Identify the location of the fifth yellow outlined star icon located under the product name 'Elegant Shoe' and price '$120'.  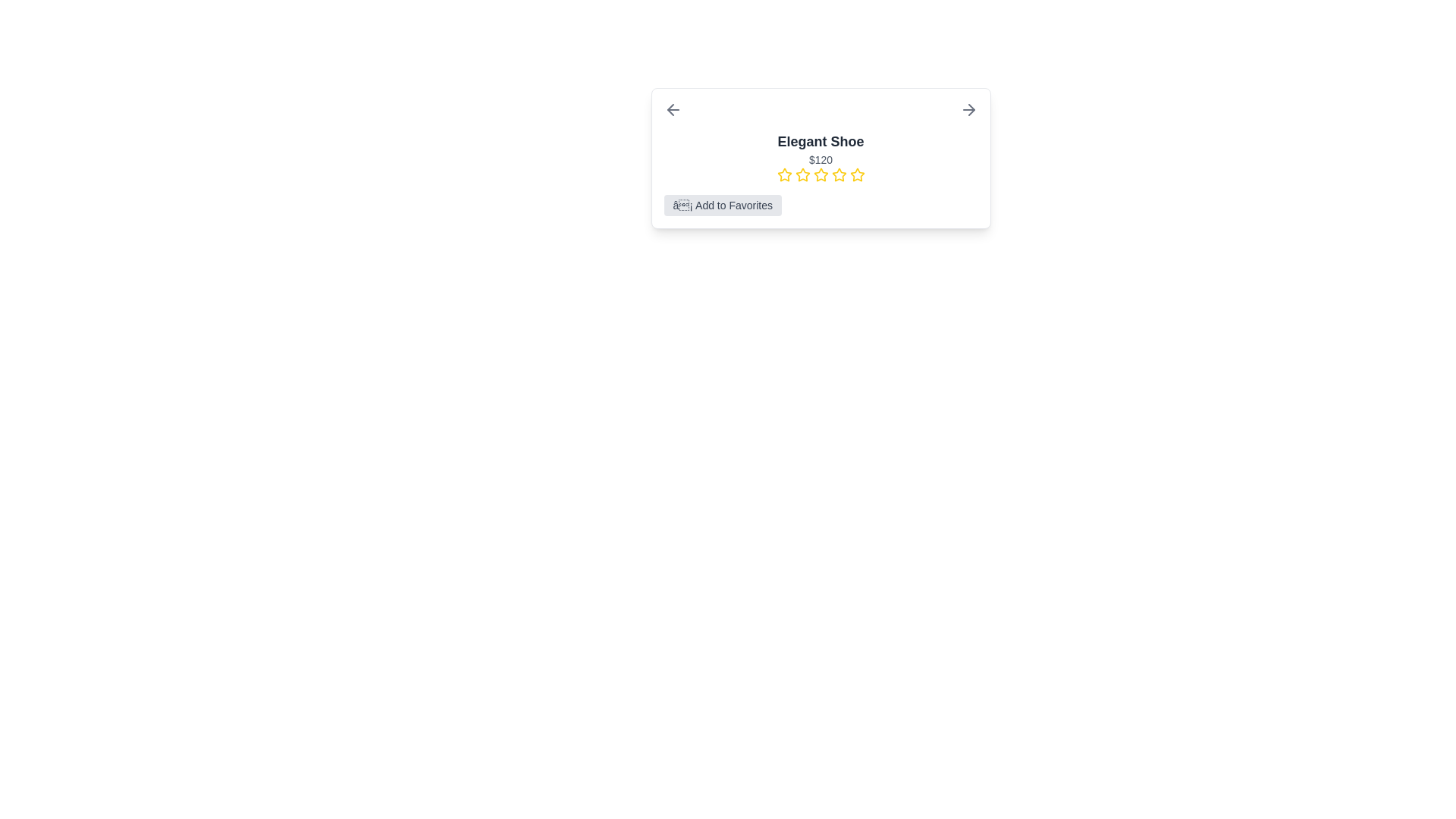
(857, 174).